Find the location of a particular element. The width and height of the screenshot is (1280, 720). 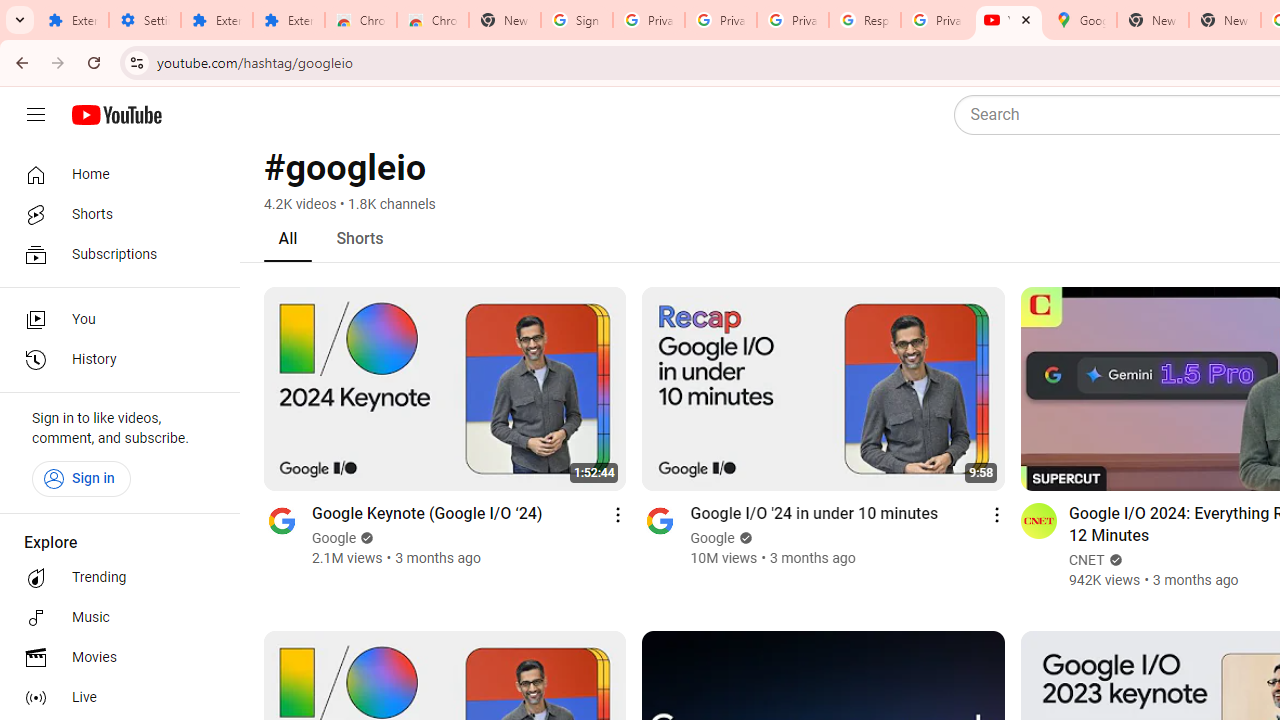

'Music' is located at coordinates (112, 617).